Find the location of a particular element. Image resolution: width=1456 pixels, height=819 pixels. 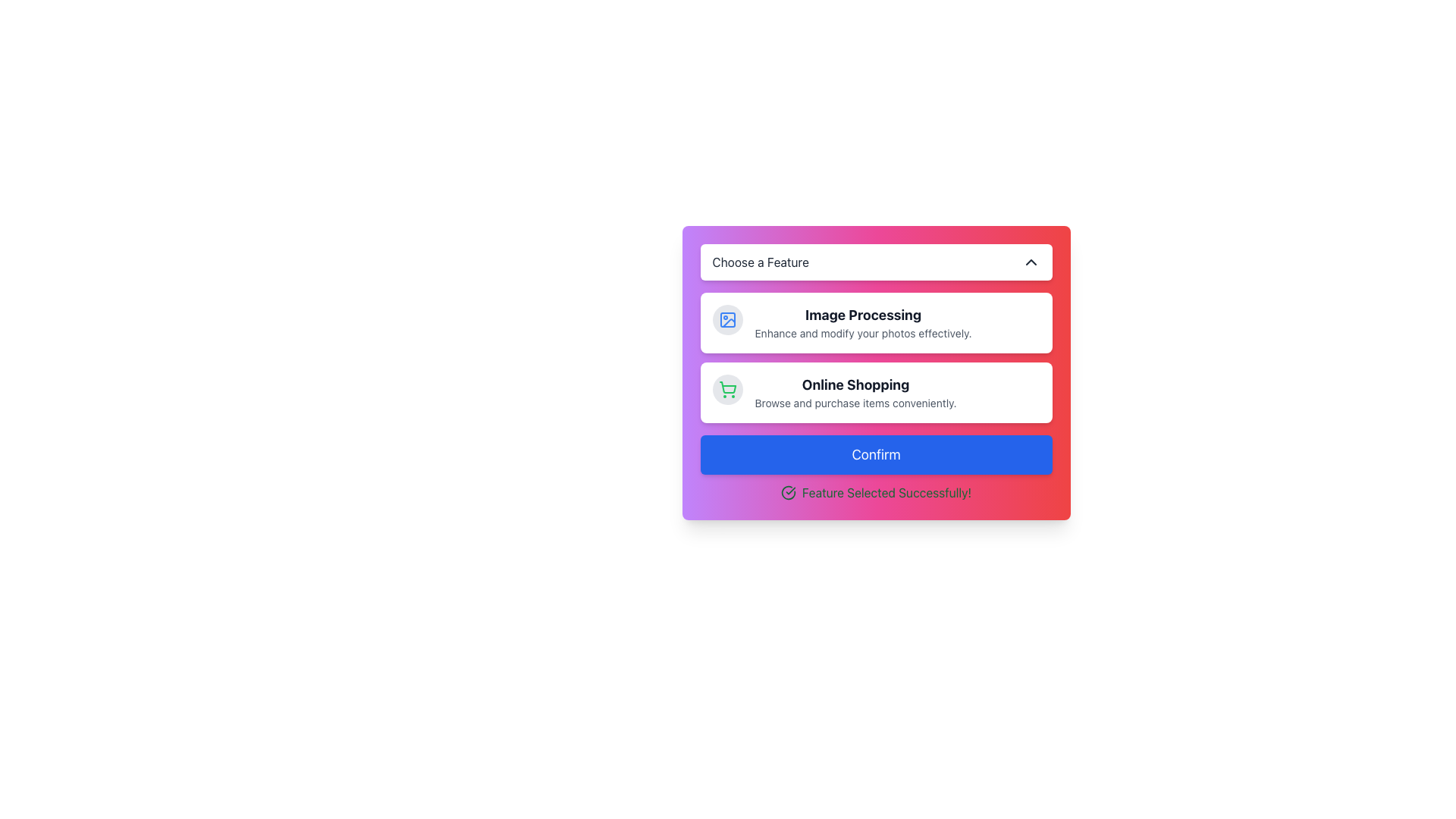

the main body of the shopping cart icon located at the bottom-right corner of the interface is located at coordinates (726, 387).